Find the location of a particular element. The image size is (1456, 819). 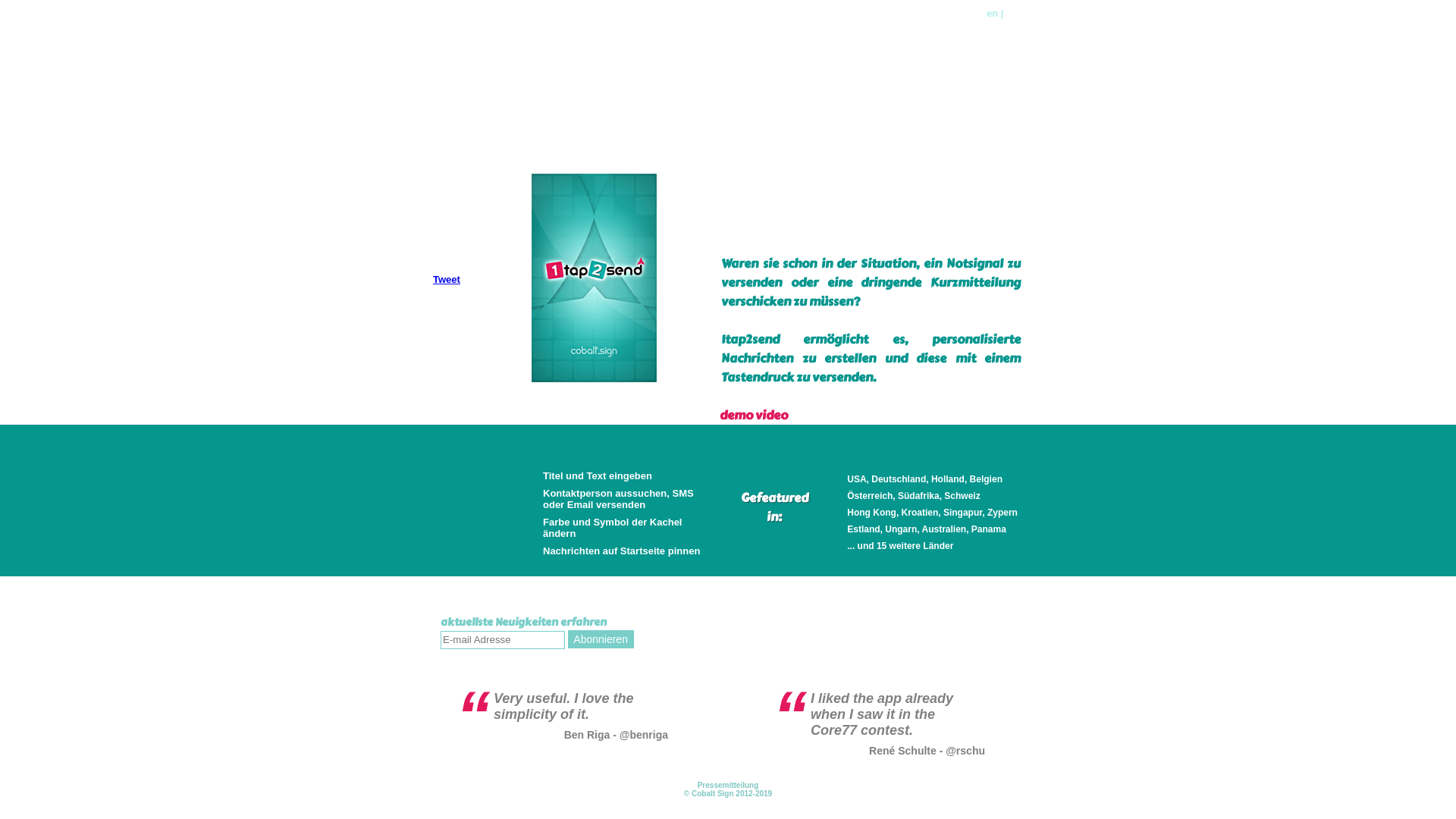

'demo video' is located at coordinates (753, 415).